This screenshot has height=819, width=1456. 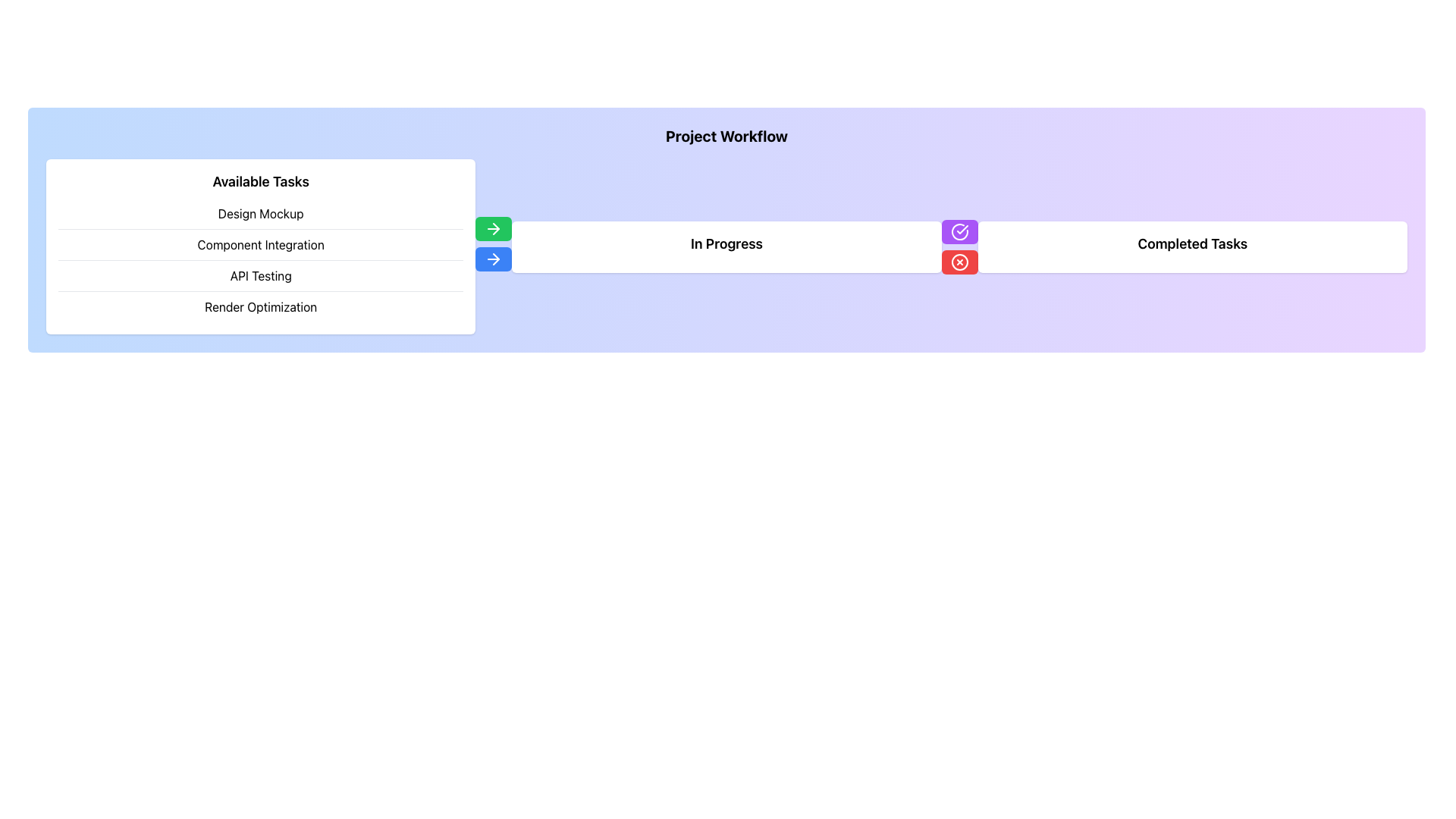 I want to click on the arrow icon within the button to transition 'API Testing' from 'Available Tasks' to 'In Progress.', so click(x=494, y=257).